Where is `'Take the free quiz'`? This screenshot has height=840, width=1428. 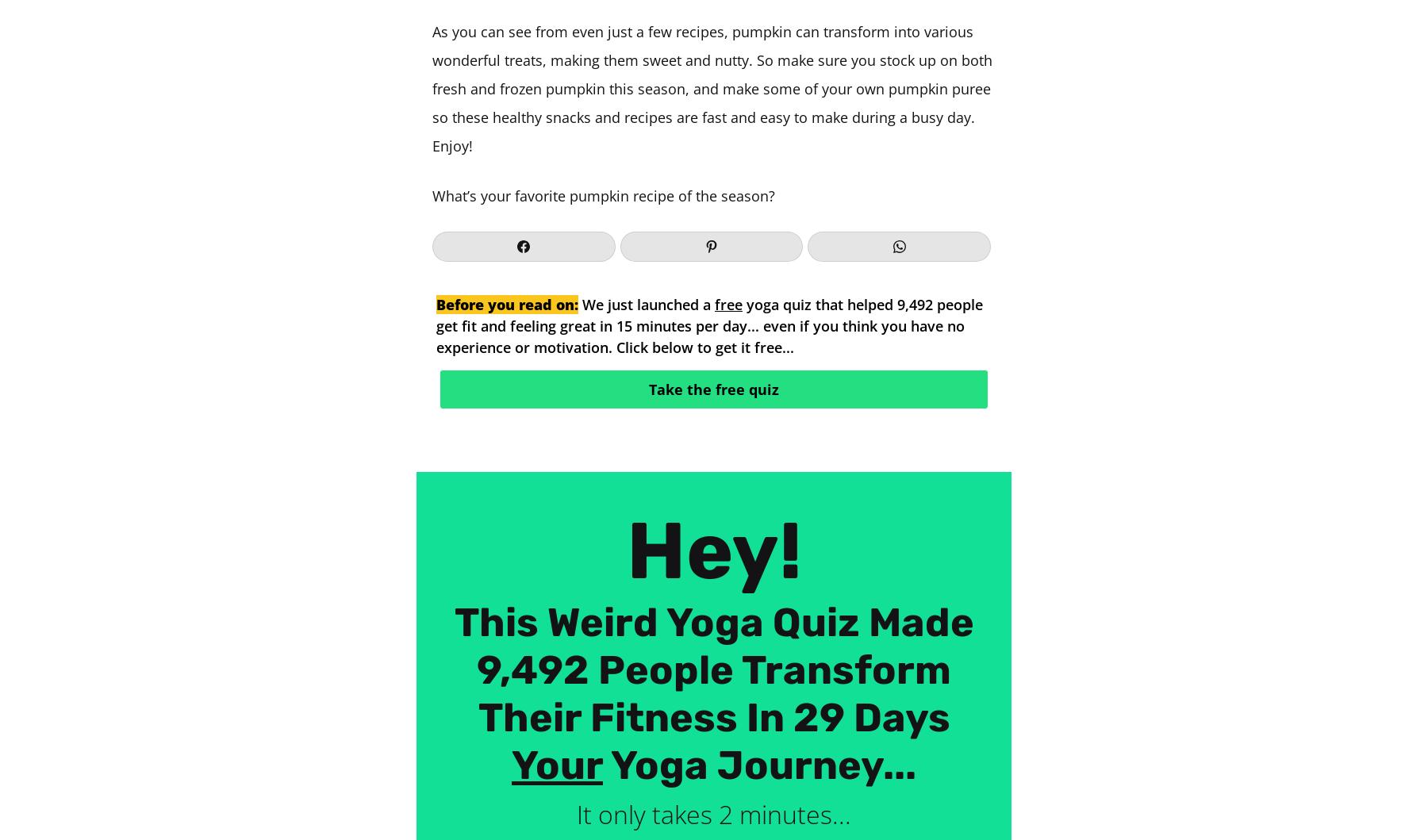 'Take the free quiz' is located at coordinates (648, 389).